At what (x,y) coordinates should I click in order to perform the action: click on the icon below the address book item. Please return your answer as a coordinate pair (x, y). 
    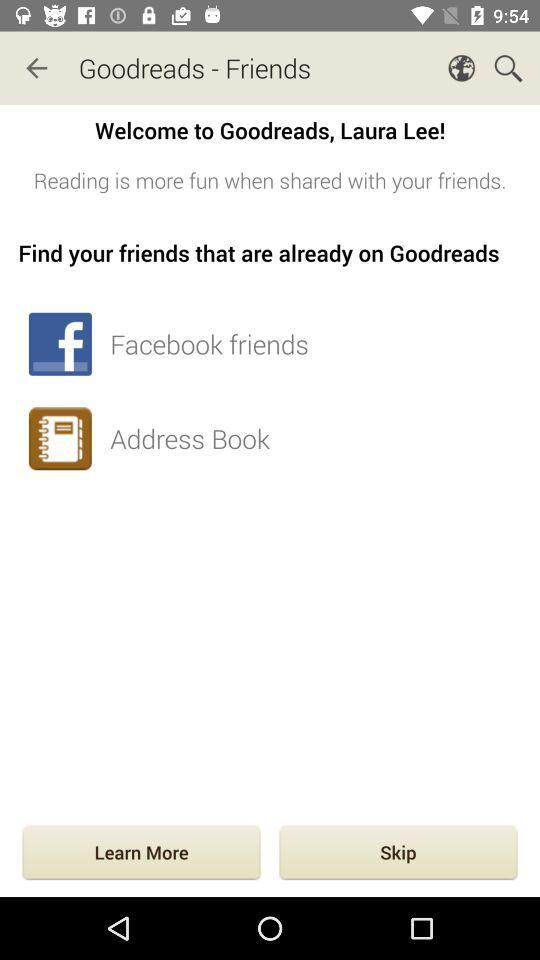
    Looking at the image, I should click on (398, 853).